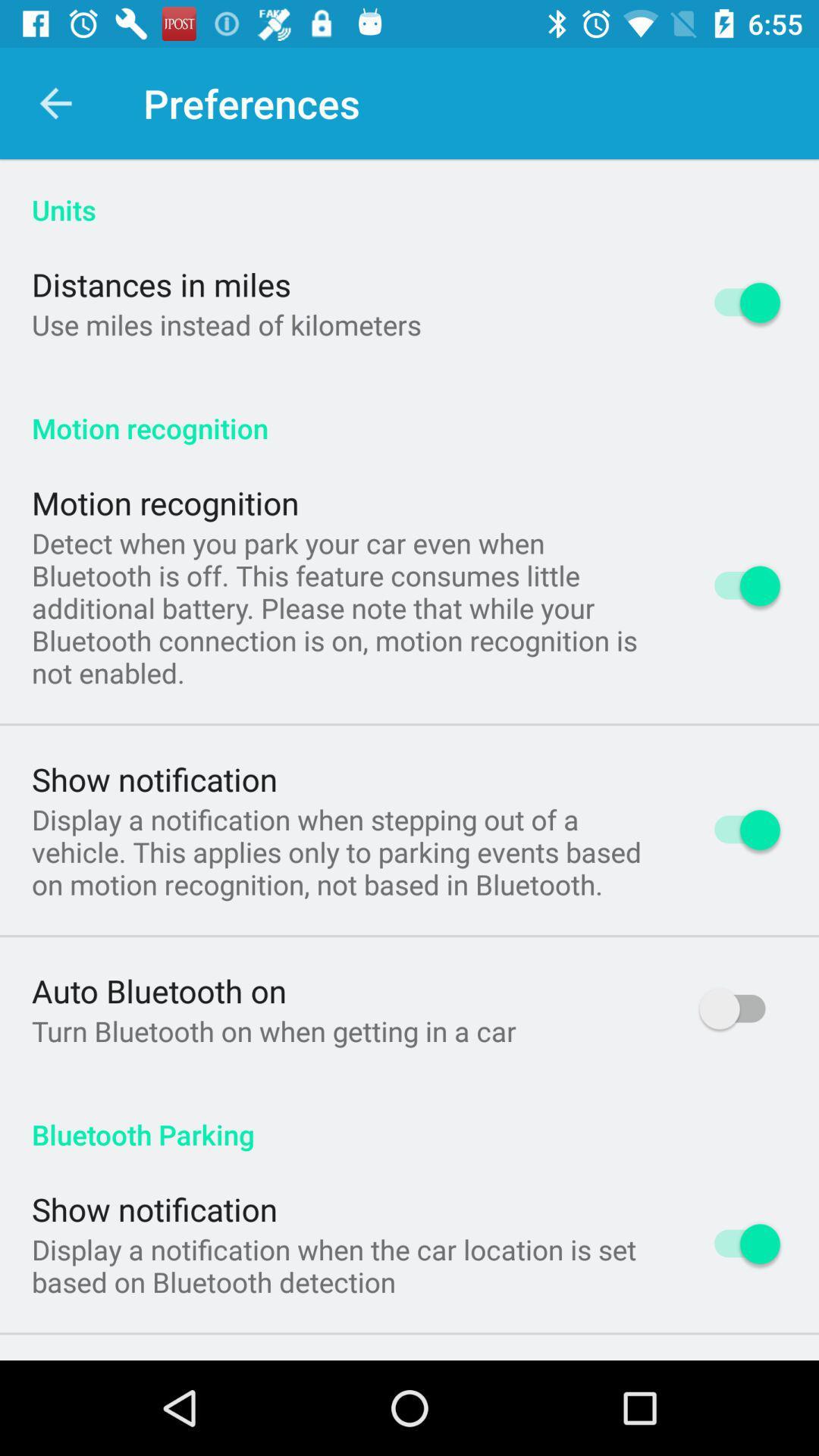 The width and height of the screenshot is (819, 1456). What do you see at coordinates (55, 102) in the screenshot?
I see `app above the units app` at bounding box center [55, 102].